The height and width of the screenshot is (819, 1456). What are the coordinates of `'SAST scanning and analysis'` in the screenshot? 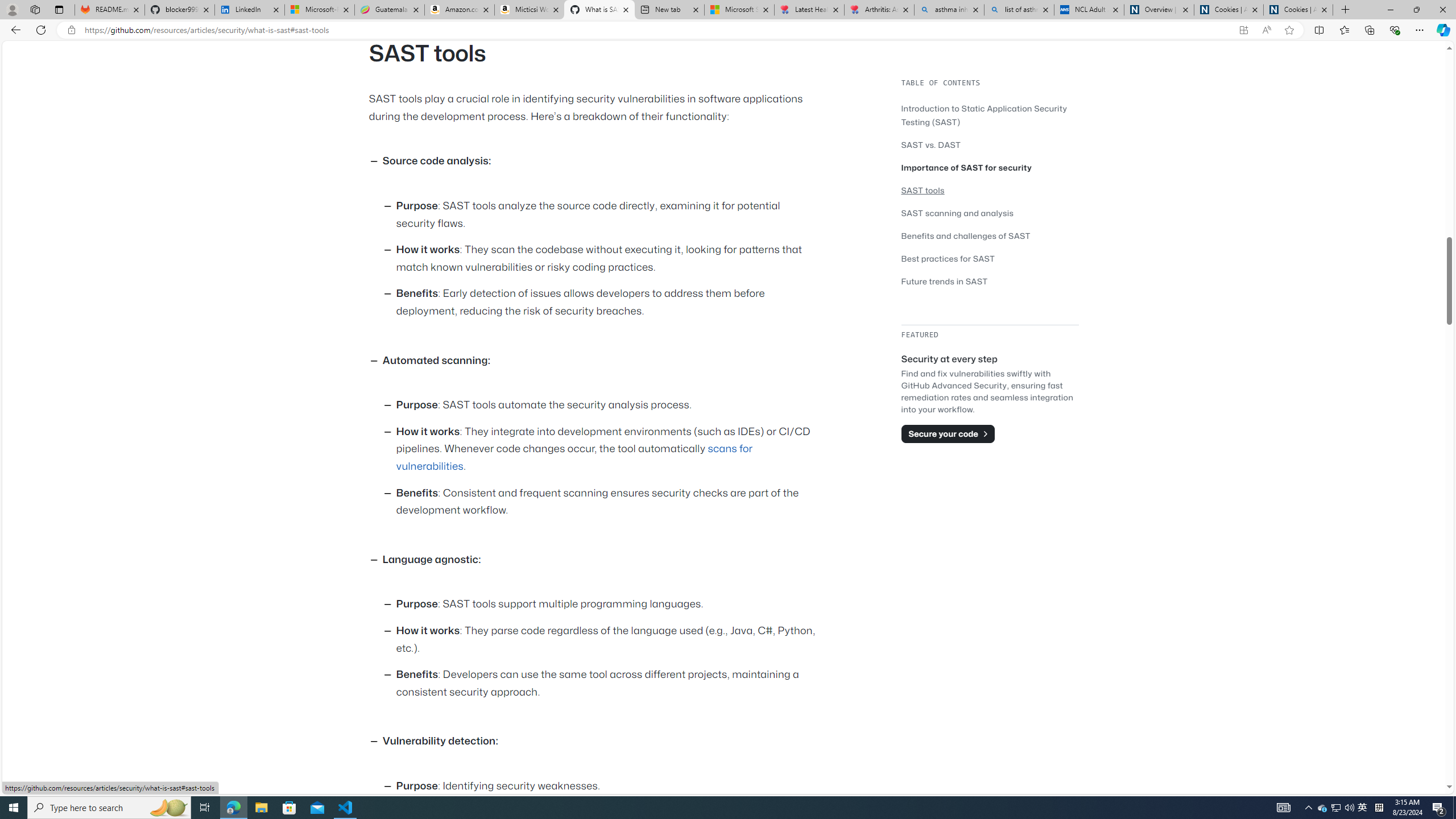 It's located at (957, 213).